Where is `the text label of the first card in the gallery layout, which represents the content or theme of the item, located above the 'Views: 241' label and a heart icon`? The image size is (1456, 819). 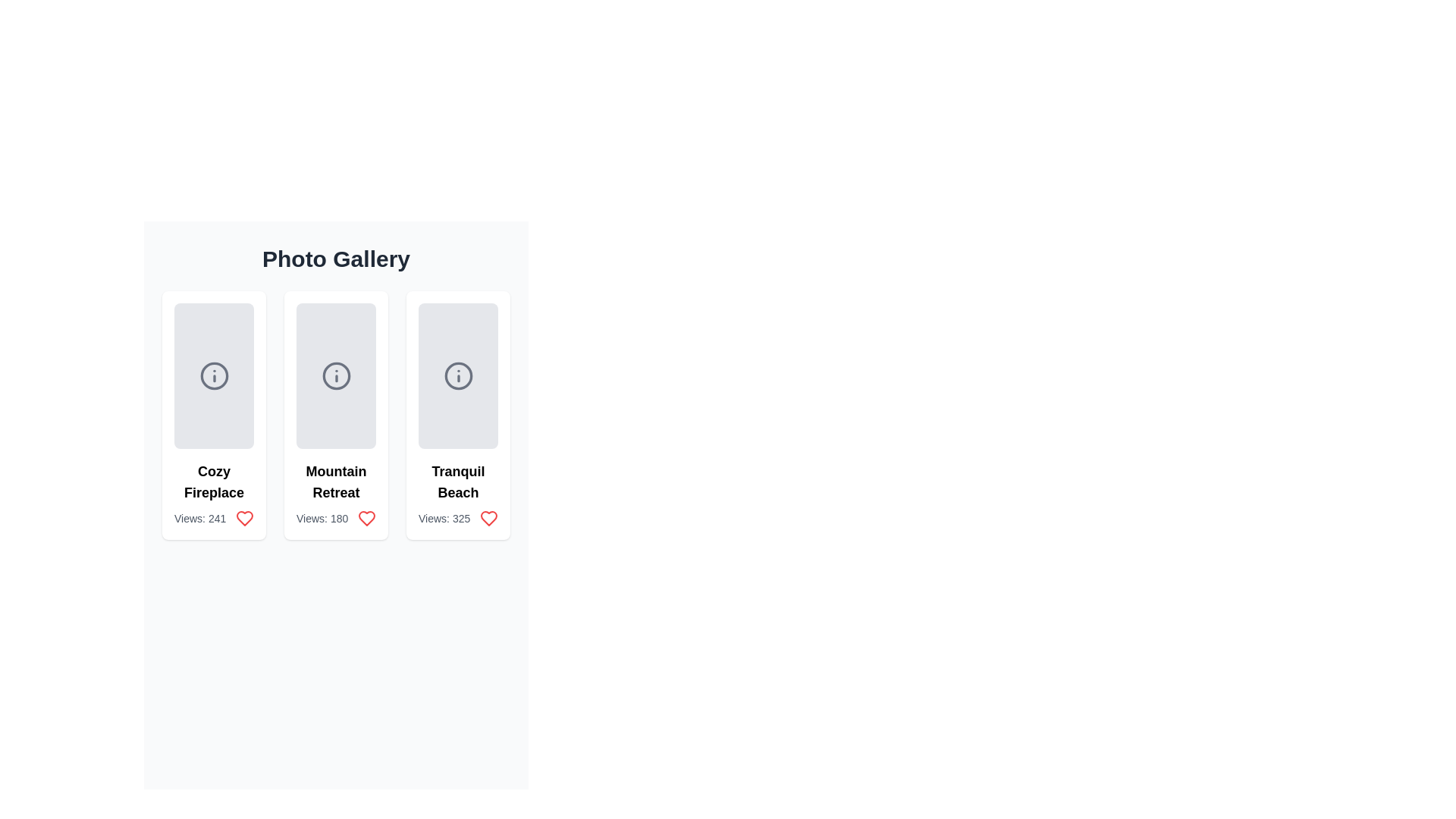
the text label of the first card in the gallery layout, which represents the content or theme of the item, located above the 'Views: 241' label and a heart icon is located at coordinates (213, 482).